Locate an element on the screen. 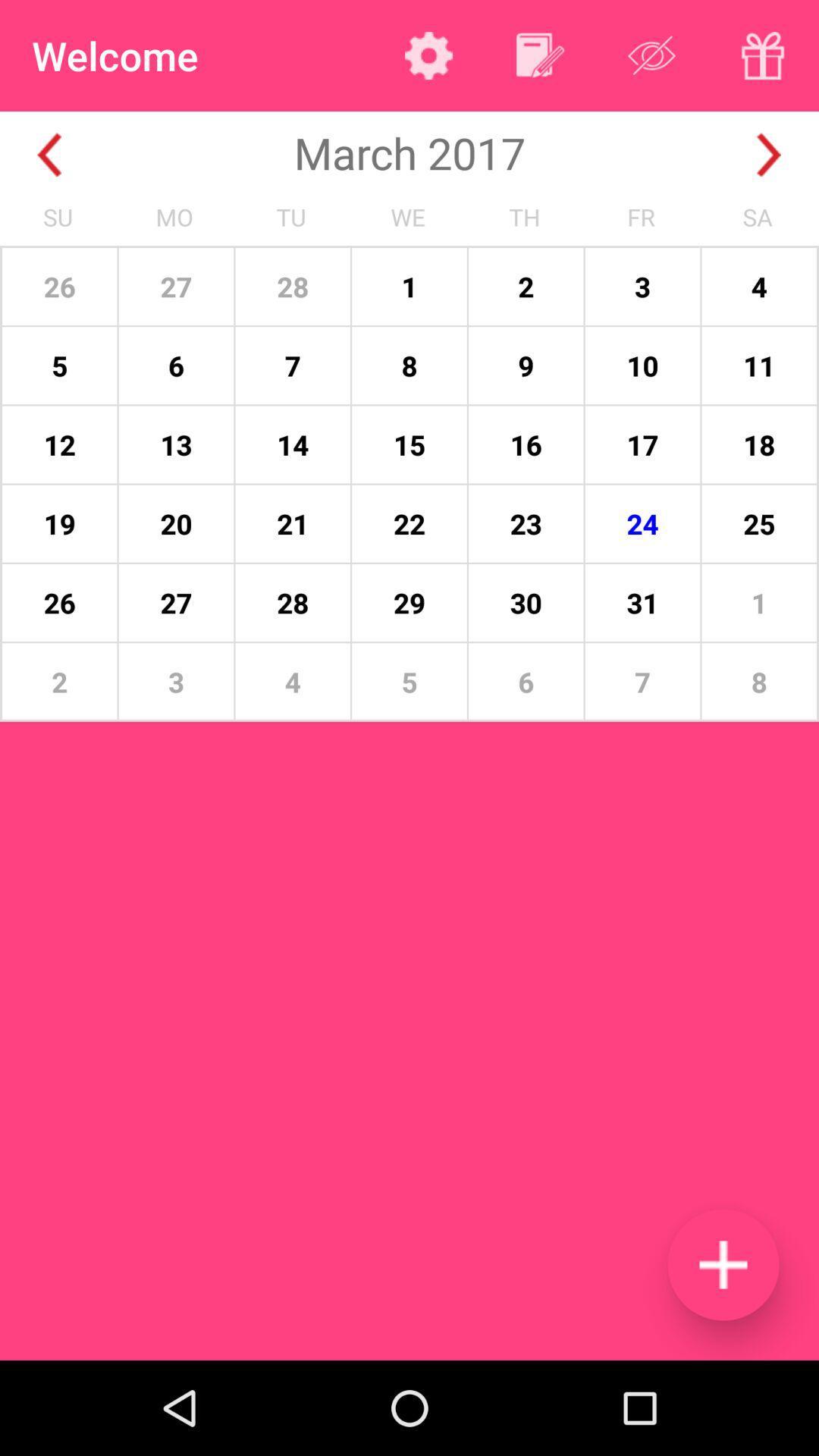 The image size is (819, 1456). go do next is located at coordinates (769, 155).